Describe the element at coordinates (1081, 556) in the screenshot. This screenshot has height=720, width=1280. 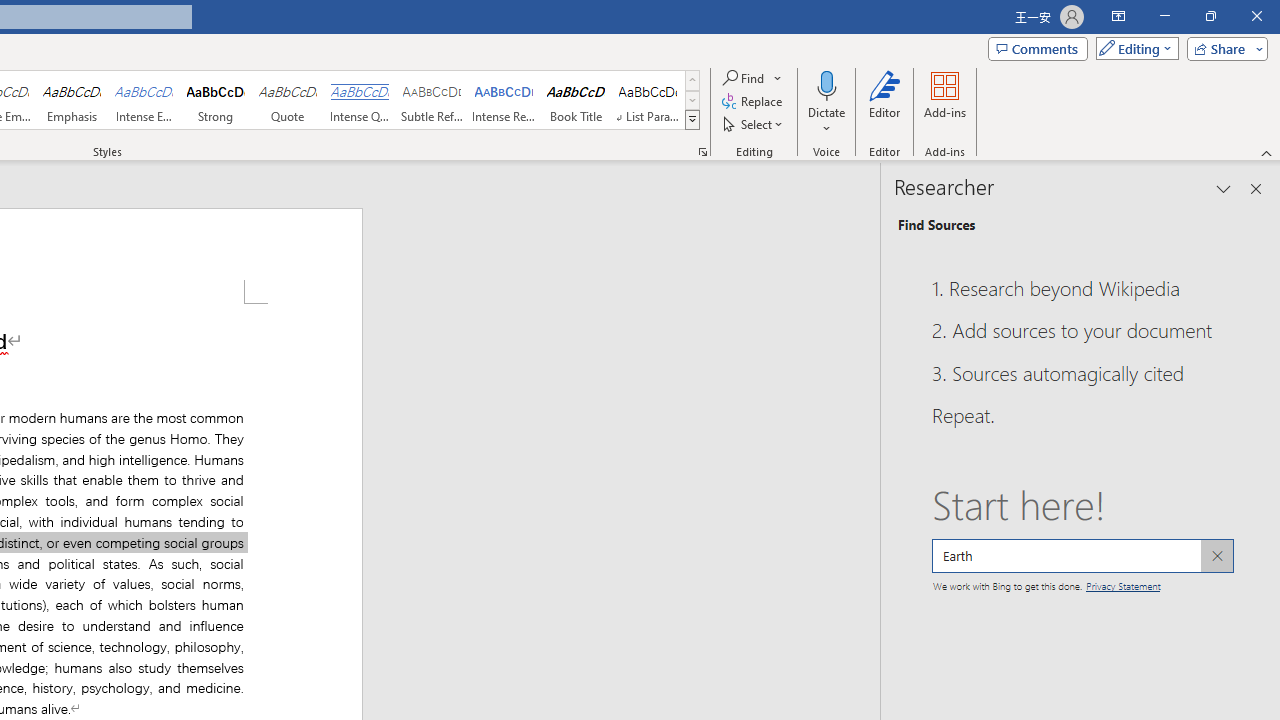
I see `'Research people, events, concepts, and places'` at that location.